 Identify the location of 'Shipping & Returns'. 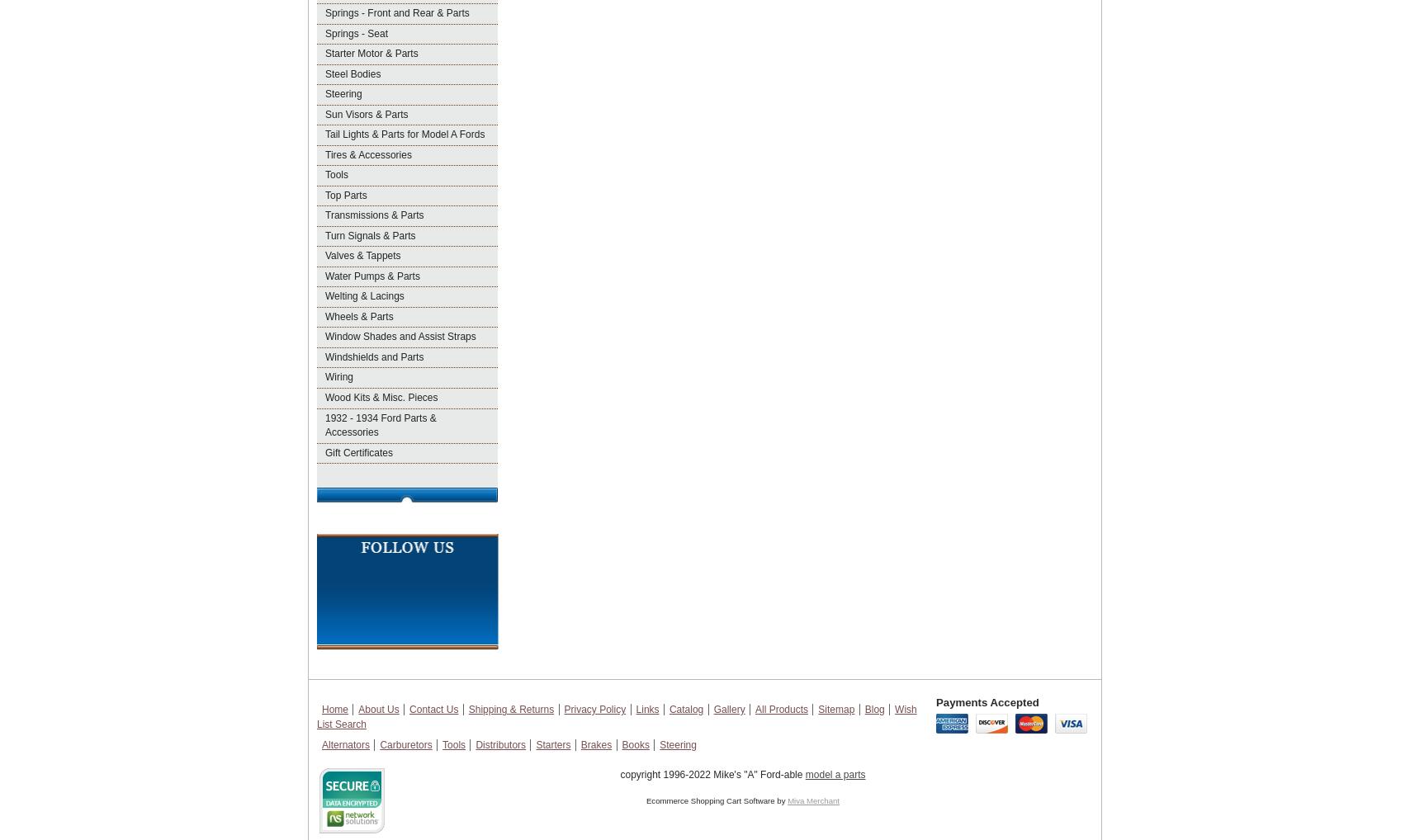
(510, 709).